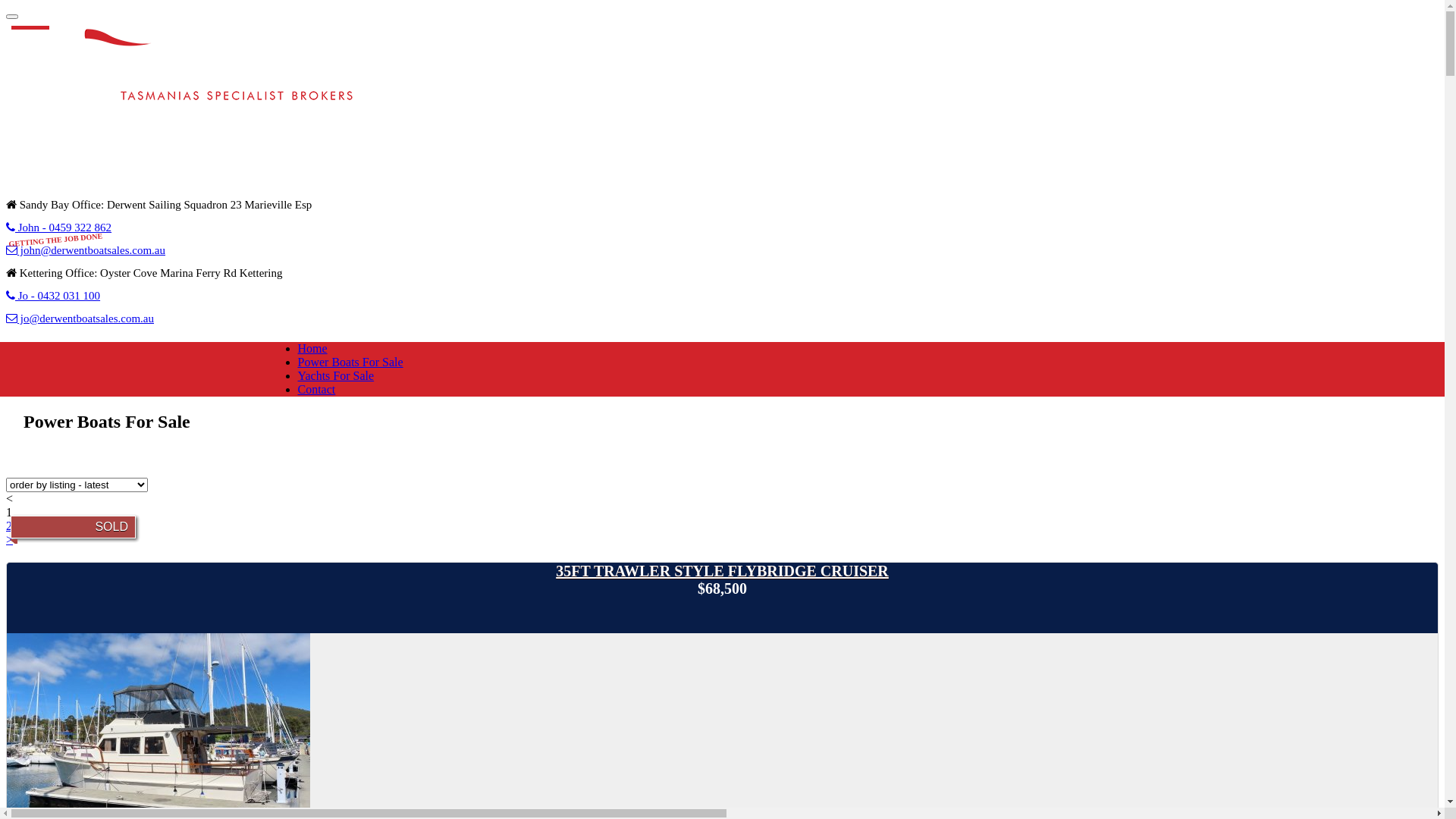 The height and width of the screenshot is (819, 1456). What do you see at coordinates (297, 388) in the screenshot?
I see `'Contact'` at bounding box center [297, 388].